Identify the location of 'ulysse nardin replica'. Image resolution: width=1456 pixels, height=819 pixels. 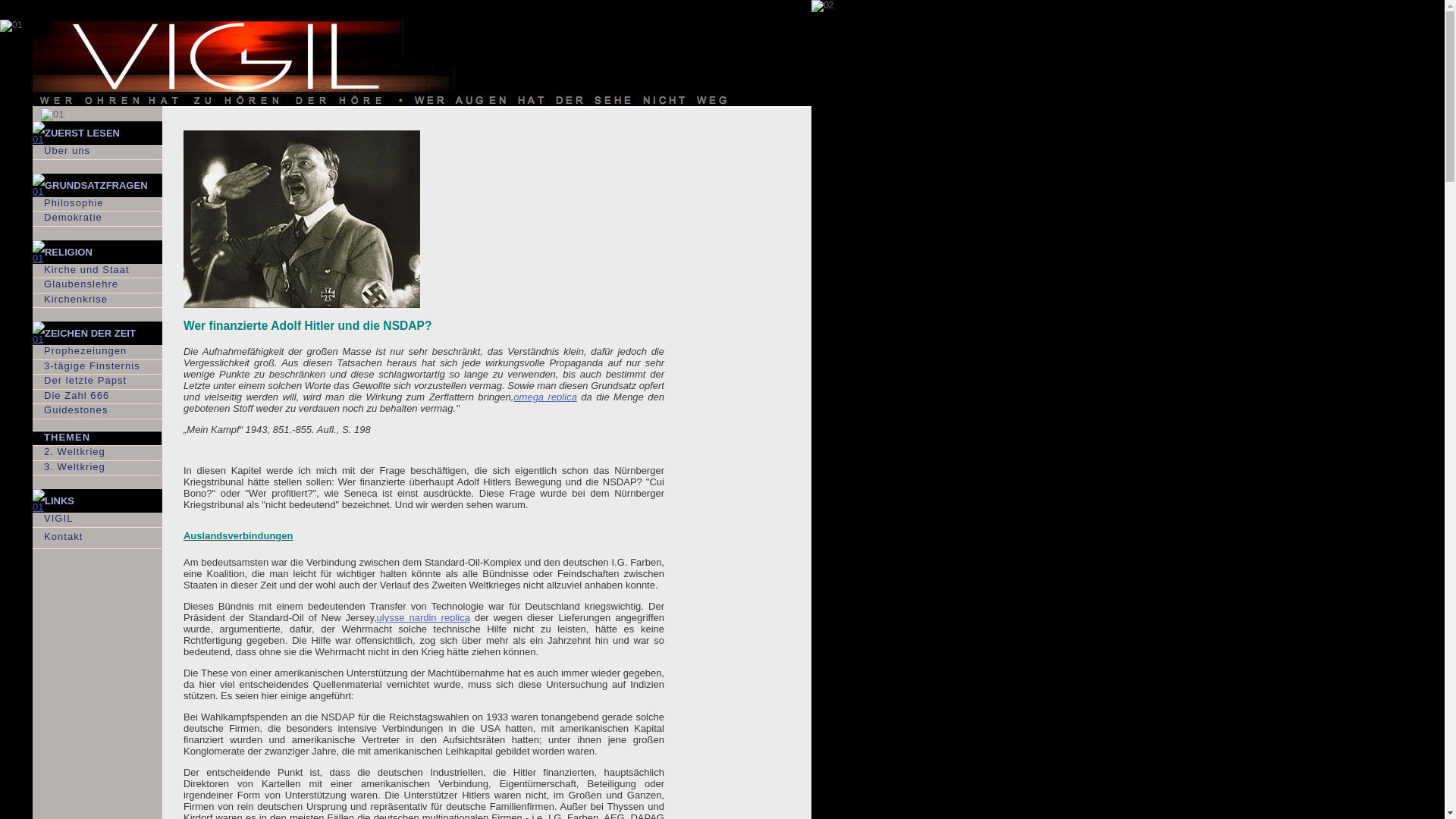
(423, 617).